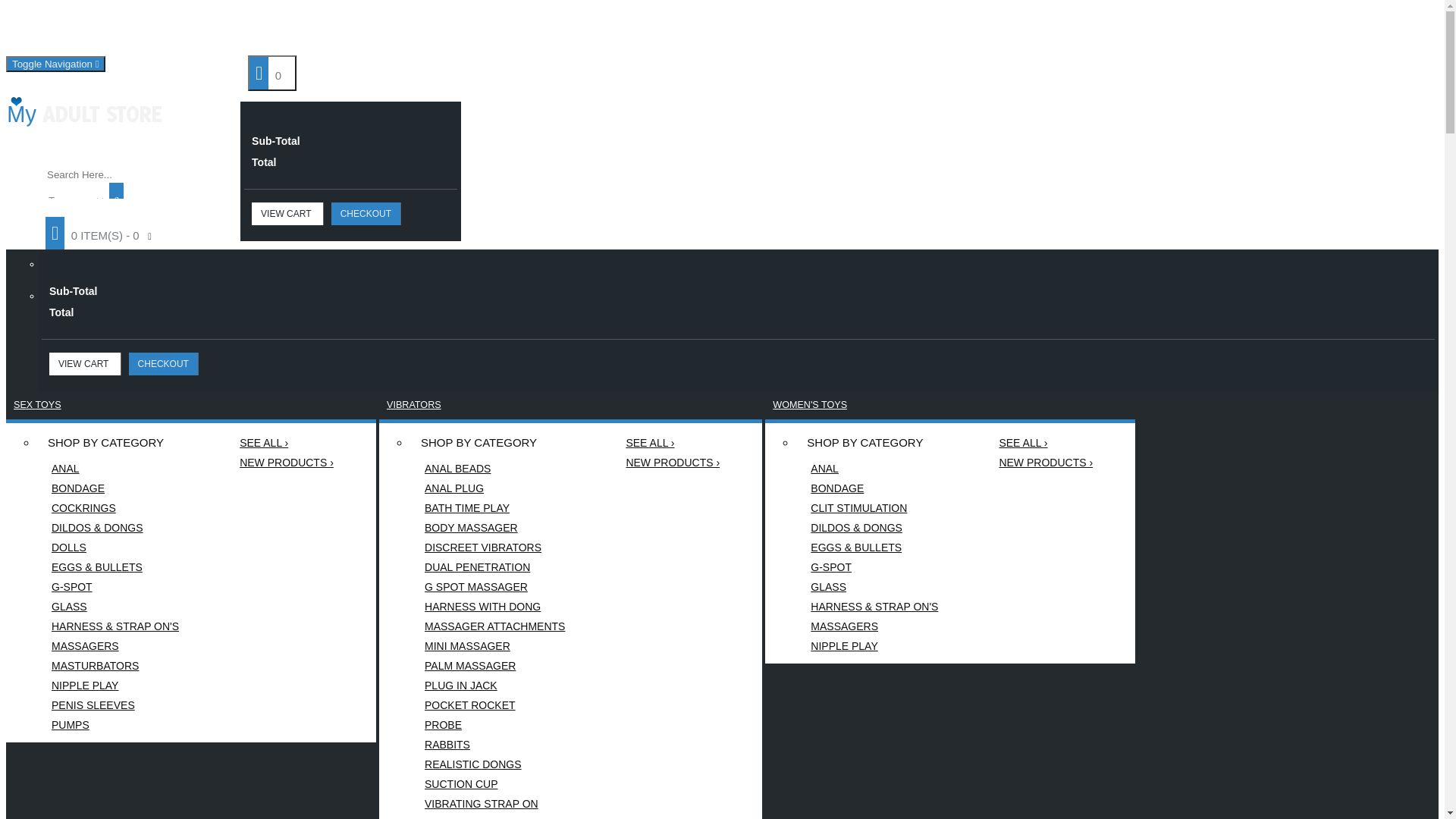  I want to click on 'BODY MASSAGER', so click(494, 526).